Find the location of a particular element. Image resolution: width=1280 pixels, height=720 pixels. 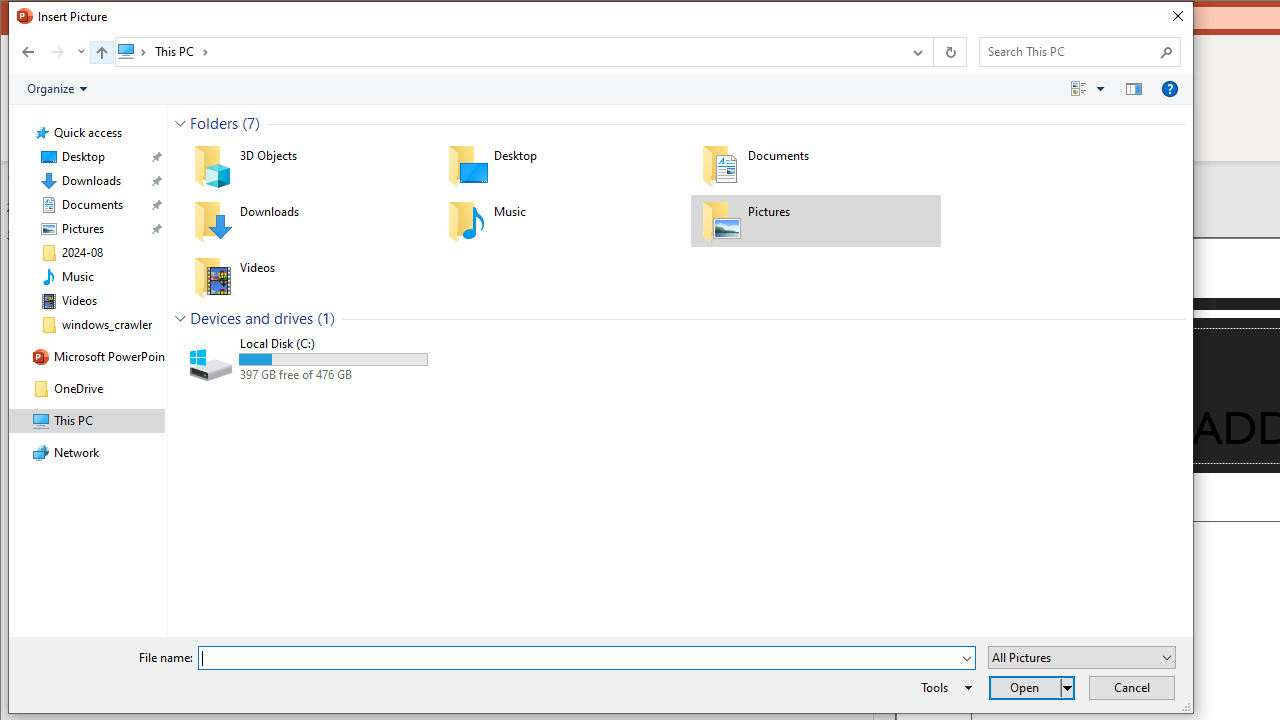

'Preview pane' is located at coordinates (1134, 88).